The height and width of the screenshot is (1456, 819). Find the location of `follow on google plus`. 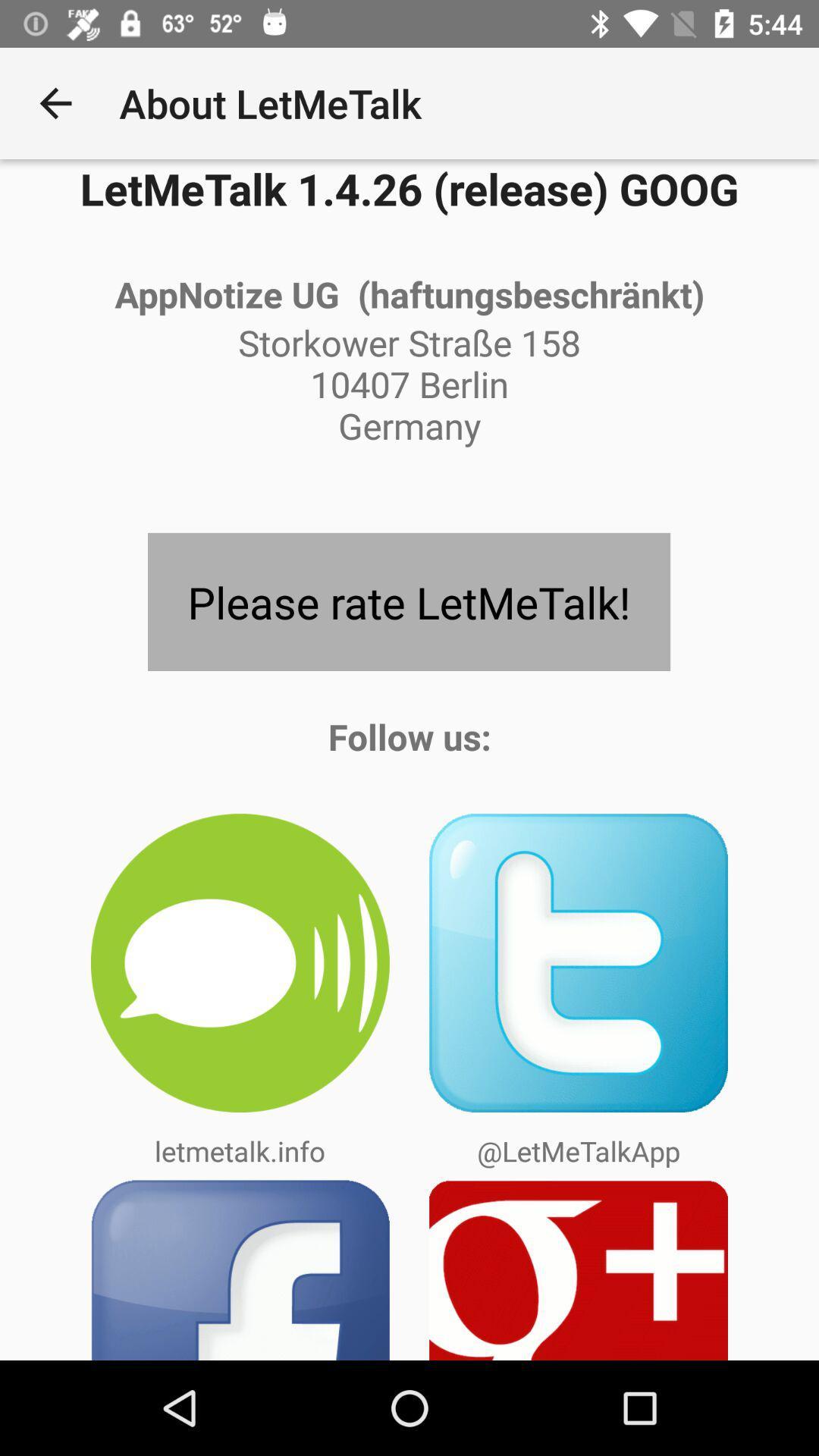

follow on google plus is located at coordinates (579, 1269).